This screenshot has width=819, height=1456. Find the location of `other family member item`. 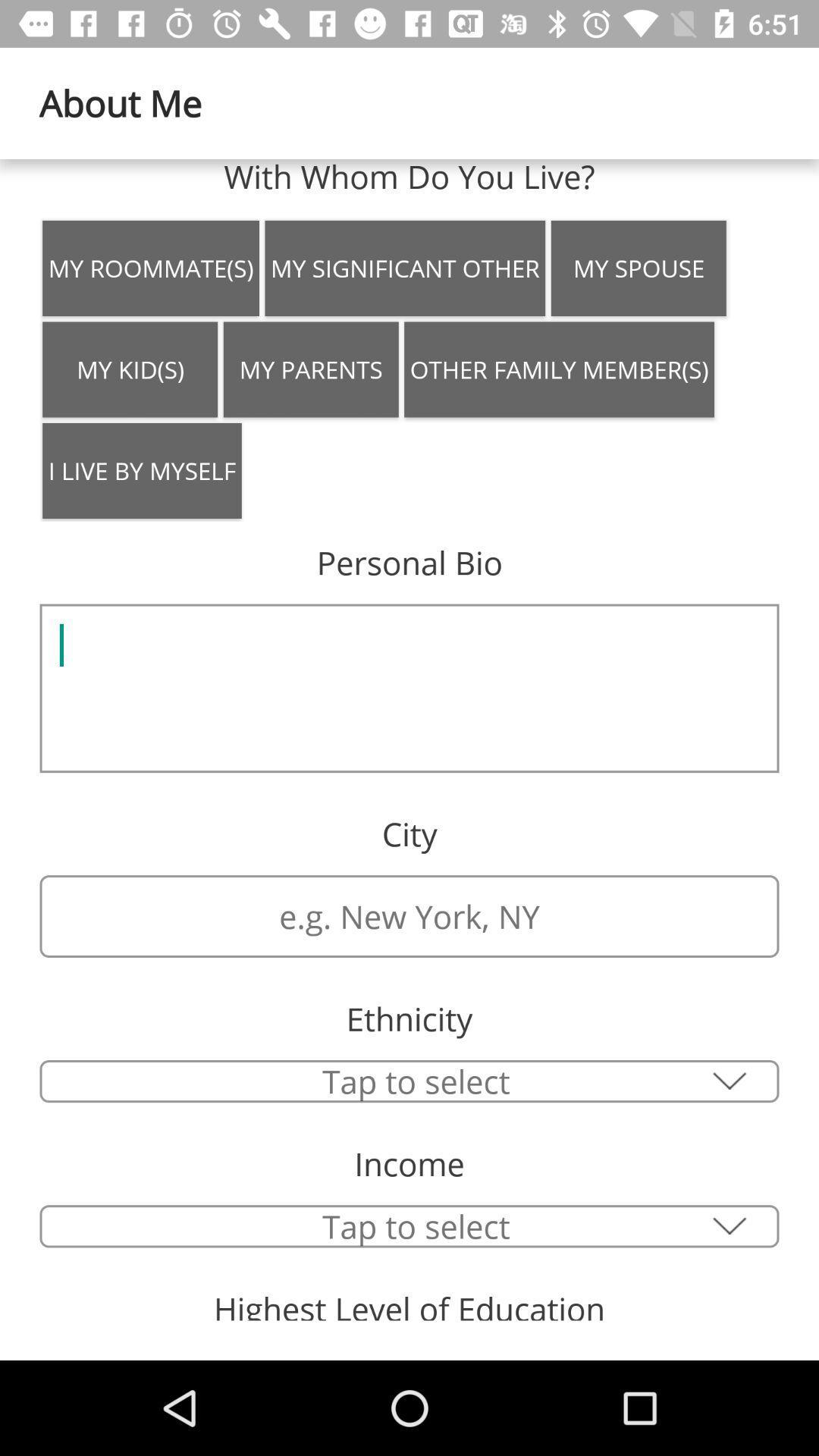

other family member item is located at coordinates (559, 369).